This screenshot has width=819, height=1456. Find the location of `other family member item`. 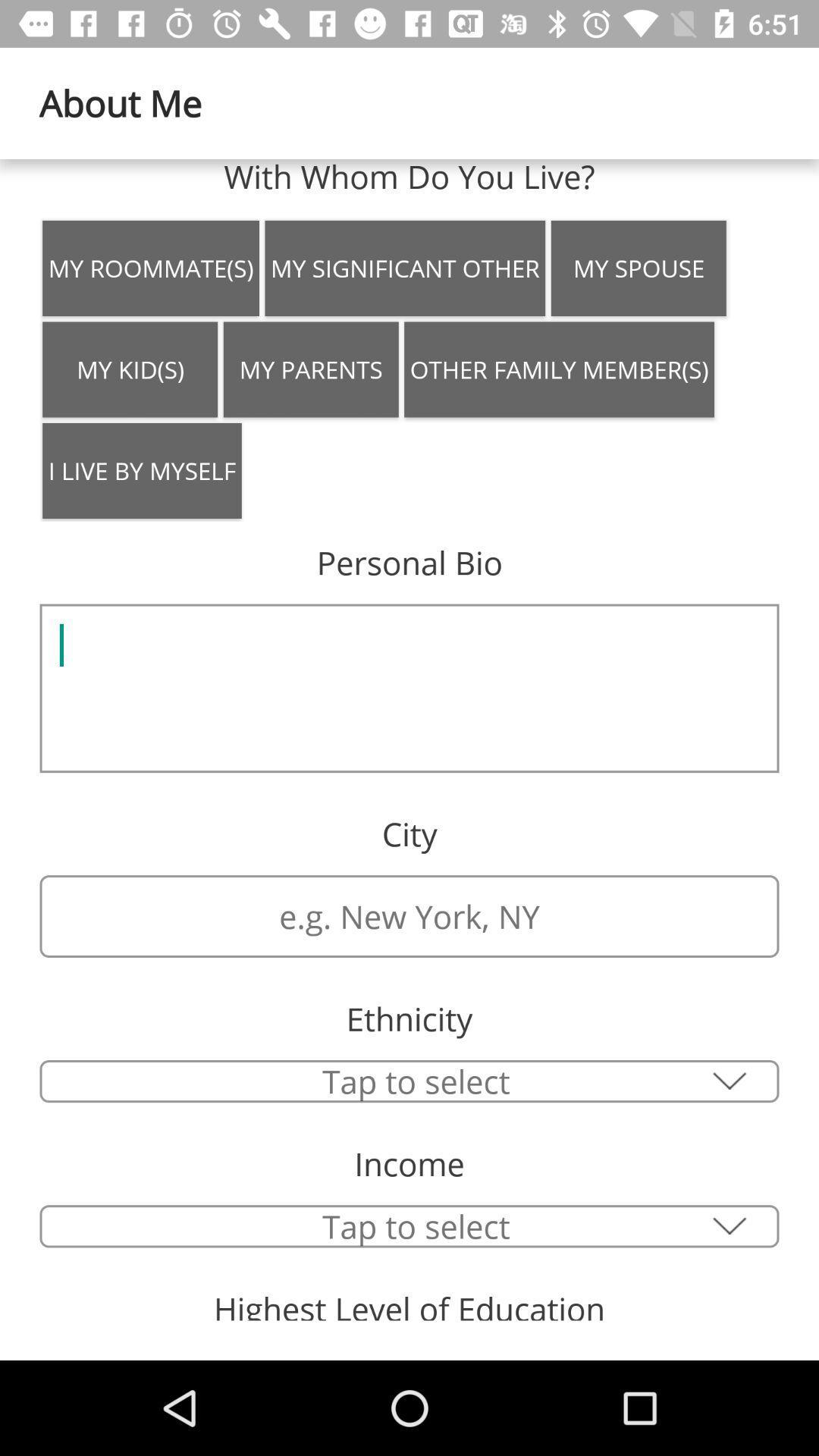

other family member item is located at coordinates (559, 369).